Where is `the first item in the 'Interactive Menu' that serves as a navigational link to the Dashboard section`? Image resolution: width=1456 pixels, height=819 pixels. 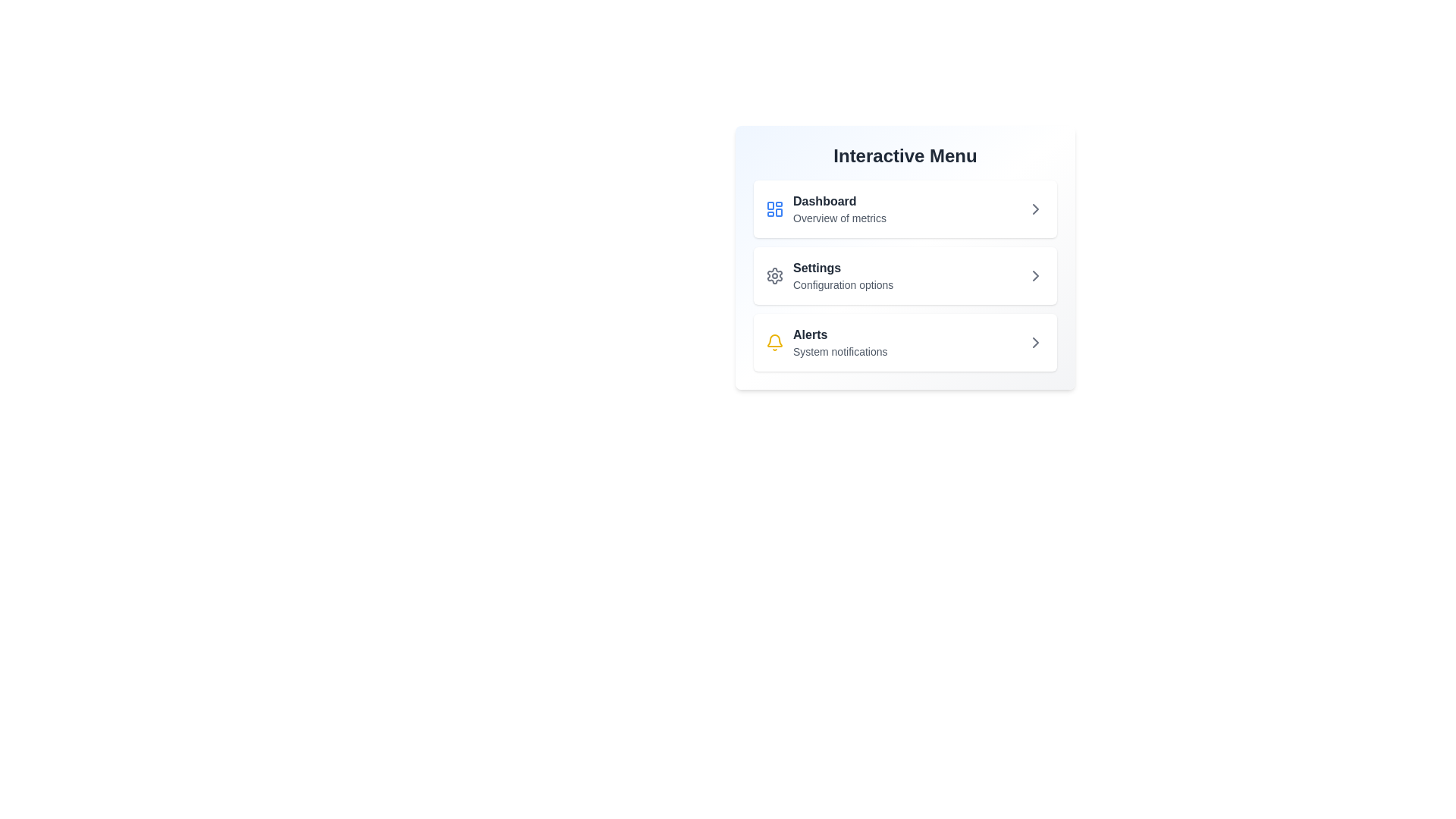 the first item in the 'Interactive Menu' that serves as a navigational link to the Dashboard section is located at coordinates (825, 209).